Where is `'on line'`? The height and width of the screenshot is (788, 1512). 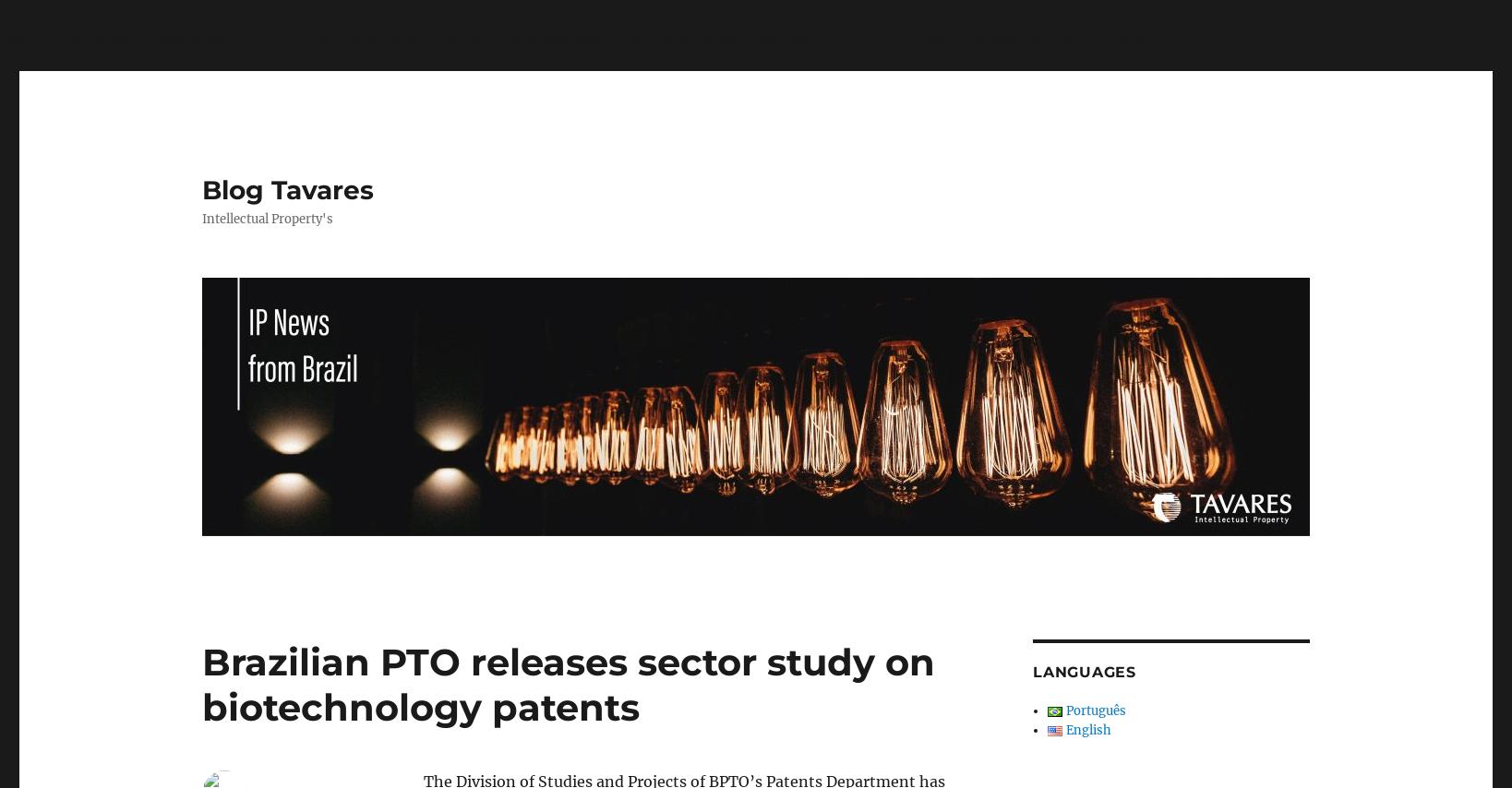 'on line' is located at coordinates (1173, 39).